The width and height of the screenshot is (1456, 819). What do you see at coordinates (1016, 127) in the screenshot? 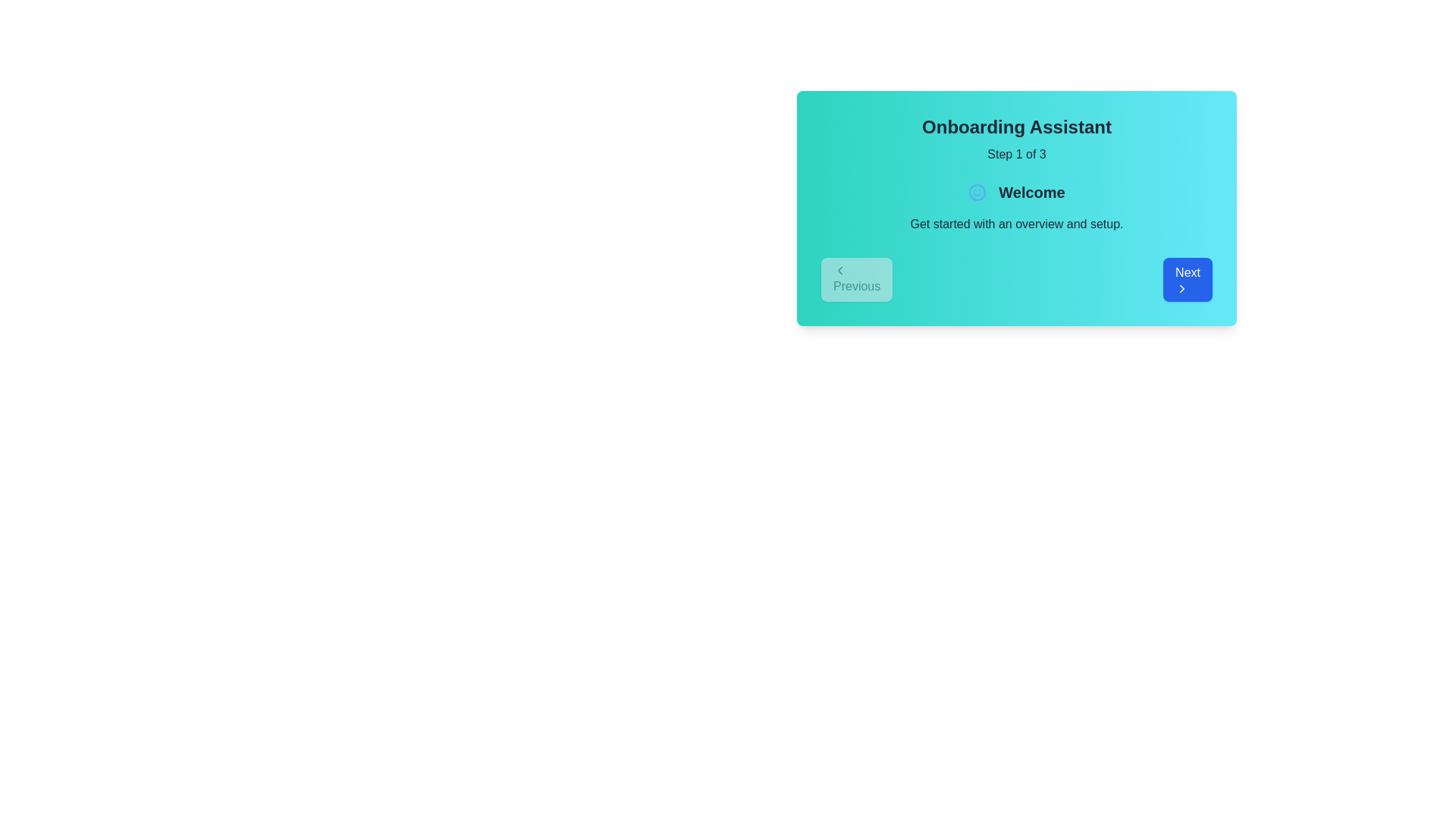
I see `the static text display that serves as a header or title for the onboarding section of the UI card, positioned at the top of the card layout` at bounding box center [1016, 127].